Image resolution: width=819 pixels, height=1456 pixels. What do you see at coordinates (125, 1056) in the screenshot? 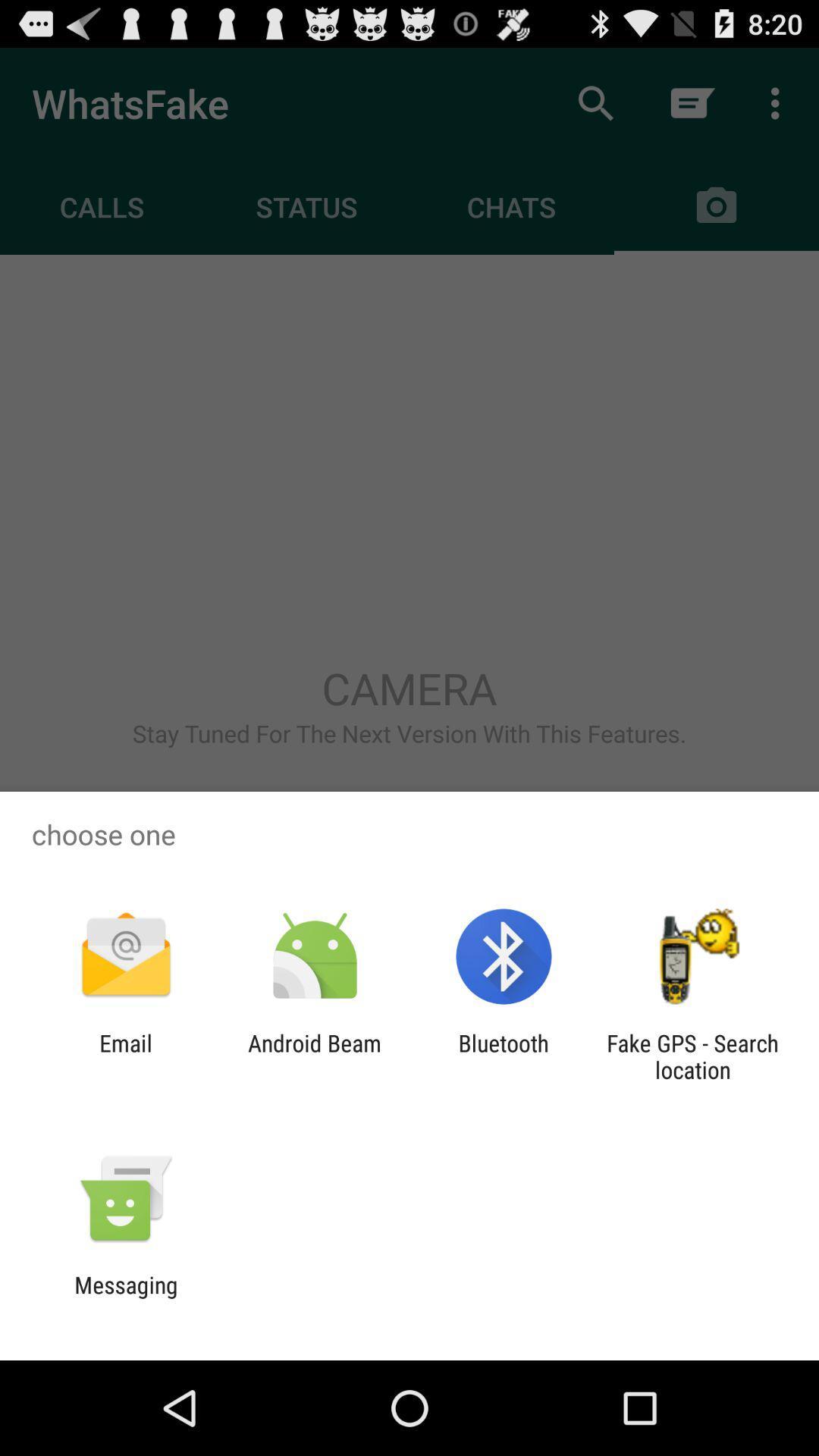
I see `the email app` at bounding box center [125, 1056].